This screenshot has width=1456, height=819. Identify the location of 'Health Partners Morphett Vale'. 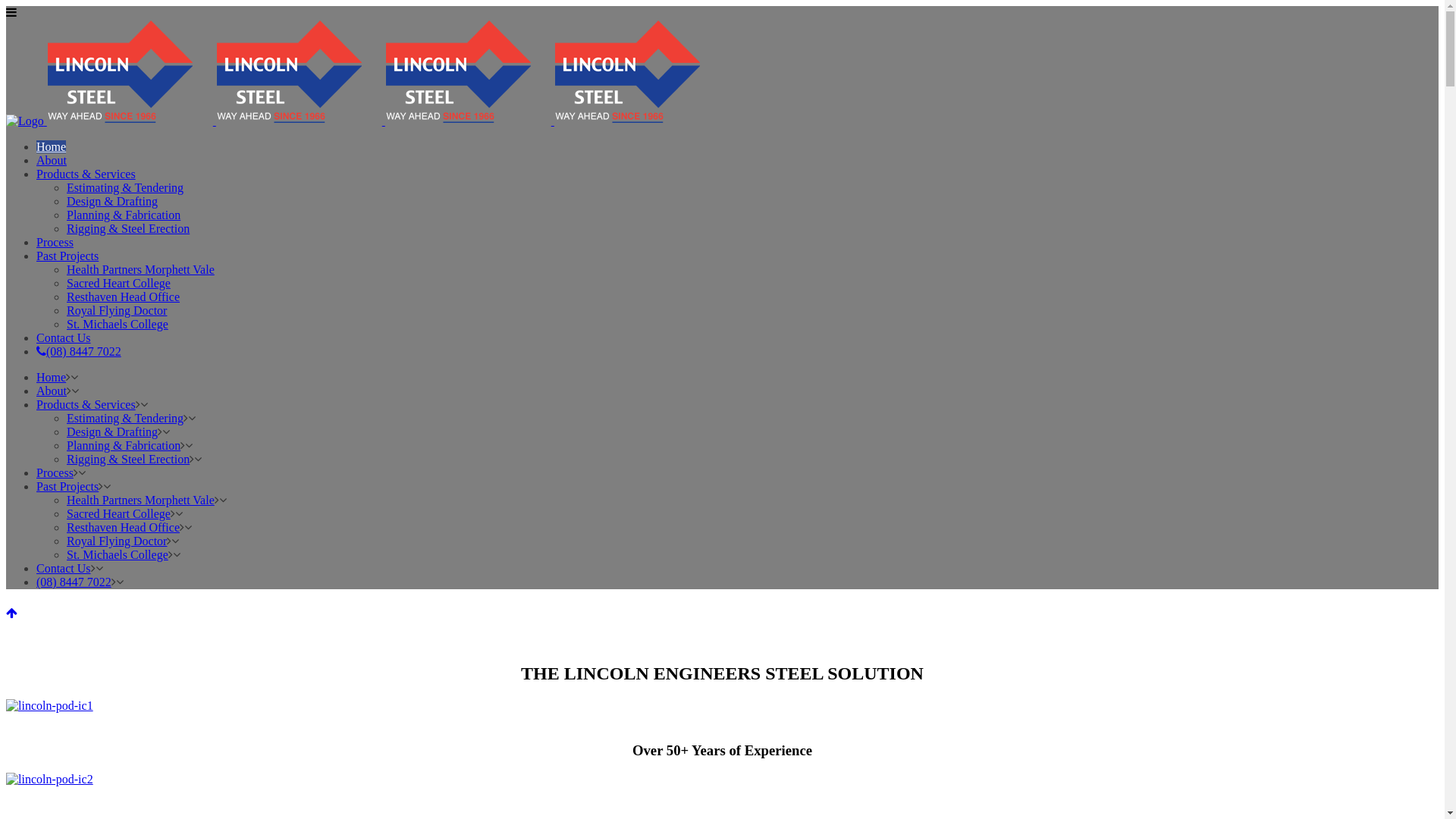
(140, 500).